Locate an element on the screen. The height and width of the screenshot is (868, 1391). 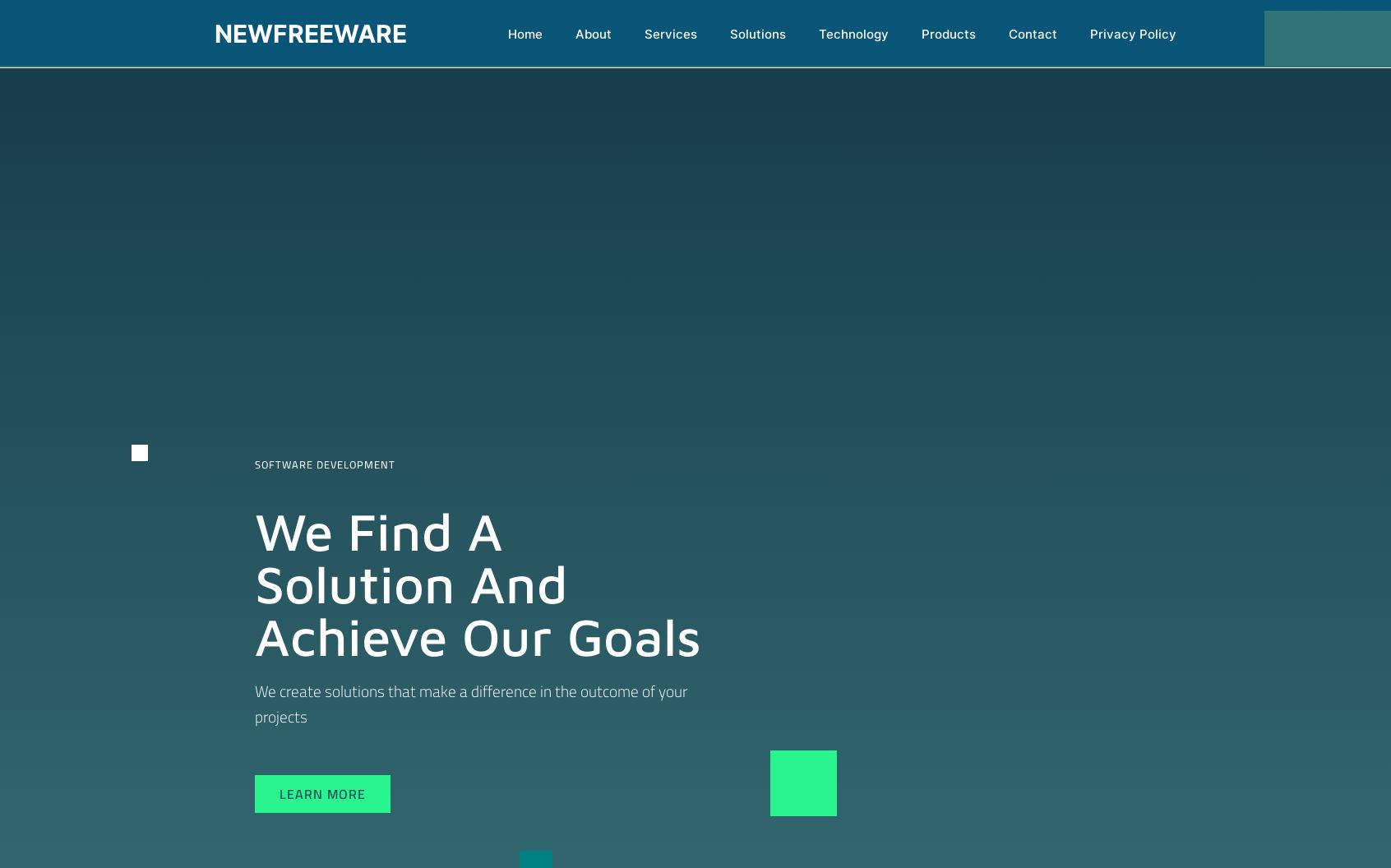
'Home' is located at coordinates (506, 34).